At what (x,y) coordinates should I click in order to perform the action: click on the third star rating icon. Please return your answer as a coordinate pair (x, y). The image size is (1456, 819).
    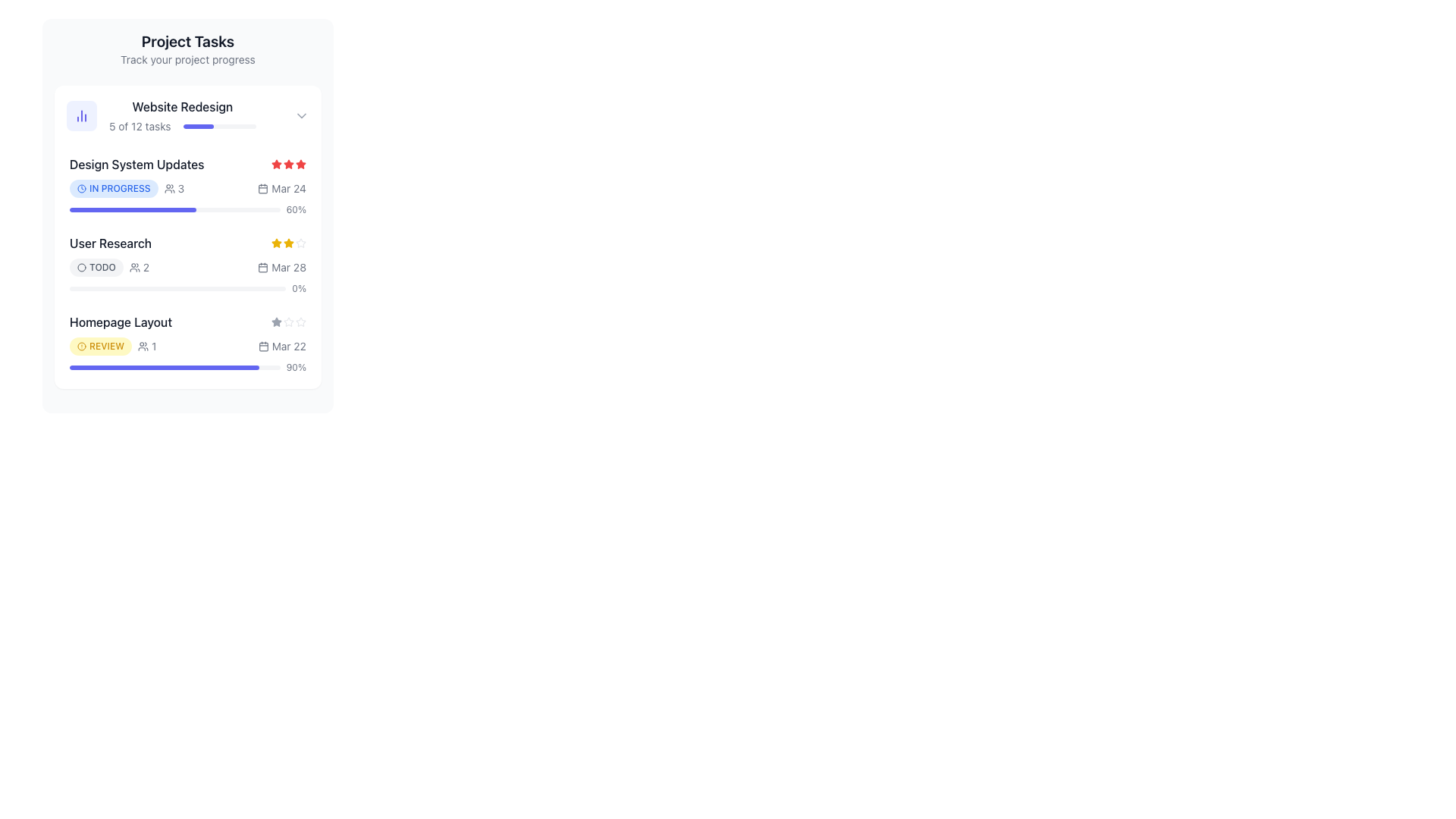
    Looking at the image, I should click on (276, 321).